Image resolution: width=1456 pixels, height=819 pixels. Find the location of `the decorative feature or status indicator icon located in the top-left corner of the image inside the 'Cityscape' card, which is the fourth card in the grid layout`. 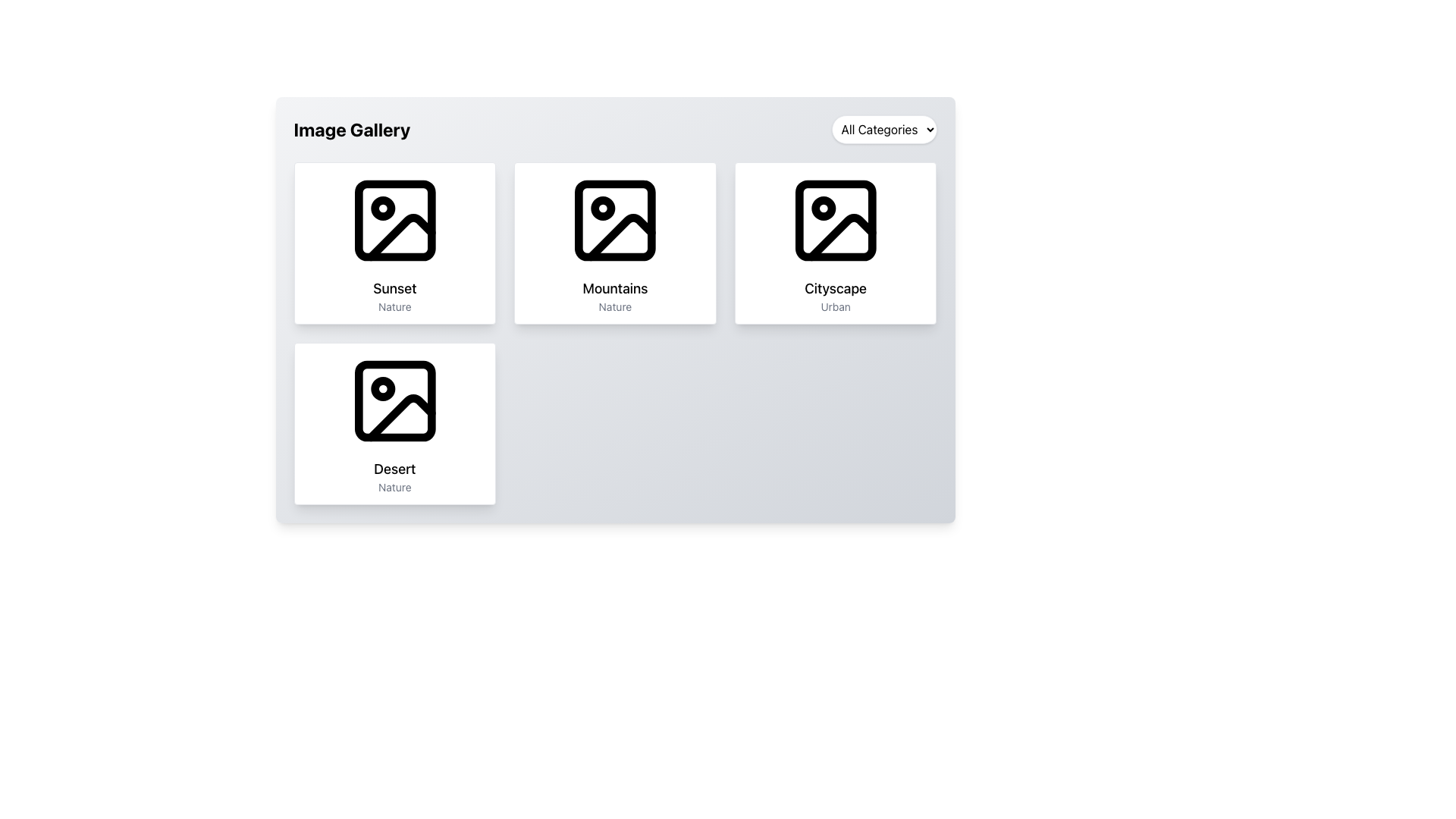

the decorative feature or status indicator icon located in the top-left corner of the image inside the 'Cityscape' card, which is the fourth card in the grid layout is located at coordinates (823, 208).